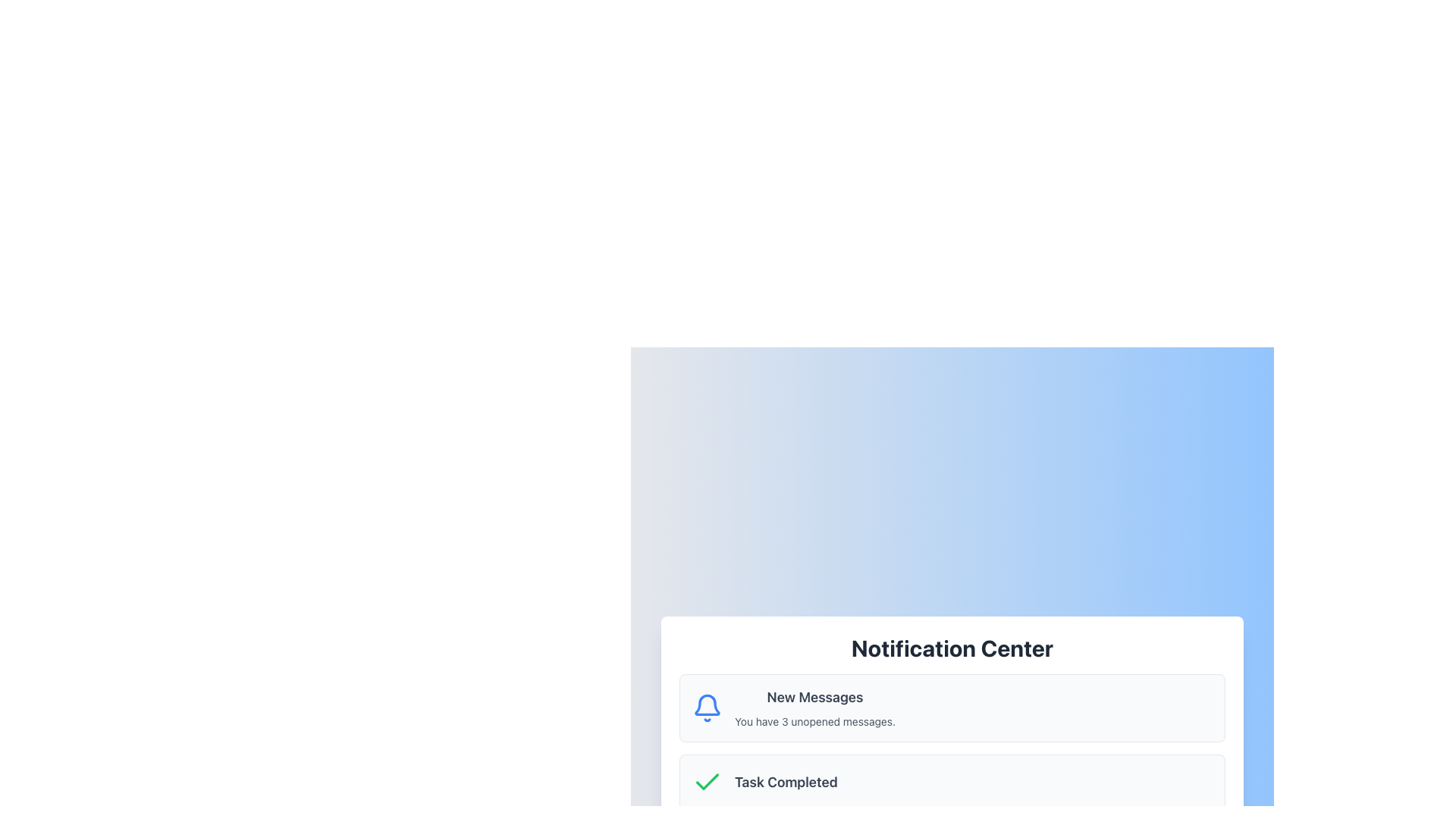  What do you see at coordinates (814, 698) in the screenshot?
I see `the text label displaying 'New Messages', which is styled in a large, bold gray font and located prominently at the top-left section of the notification card` at bounding box center [814, 698].